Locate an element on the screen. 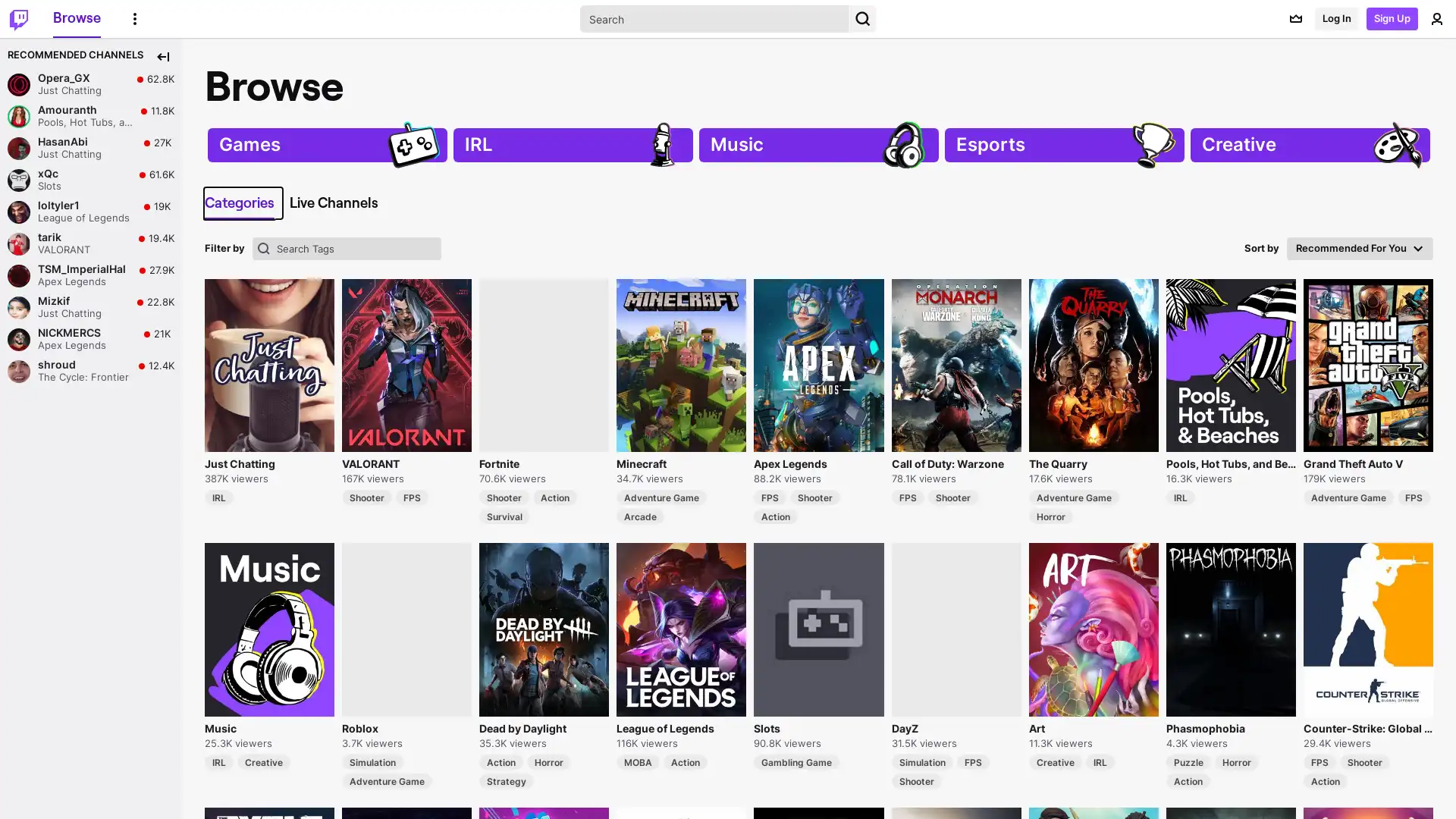 The image size is (1456, 819). Shooter is located at coordinates (504, 497).